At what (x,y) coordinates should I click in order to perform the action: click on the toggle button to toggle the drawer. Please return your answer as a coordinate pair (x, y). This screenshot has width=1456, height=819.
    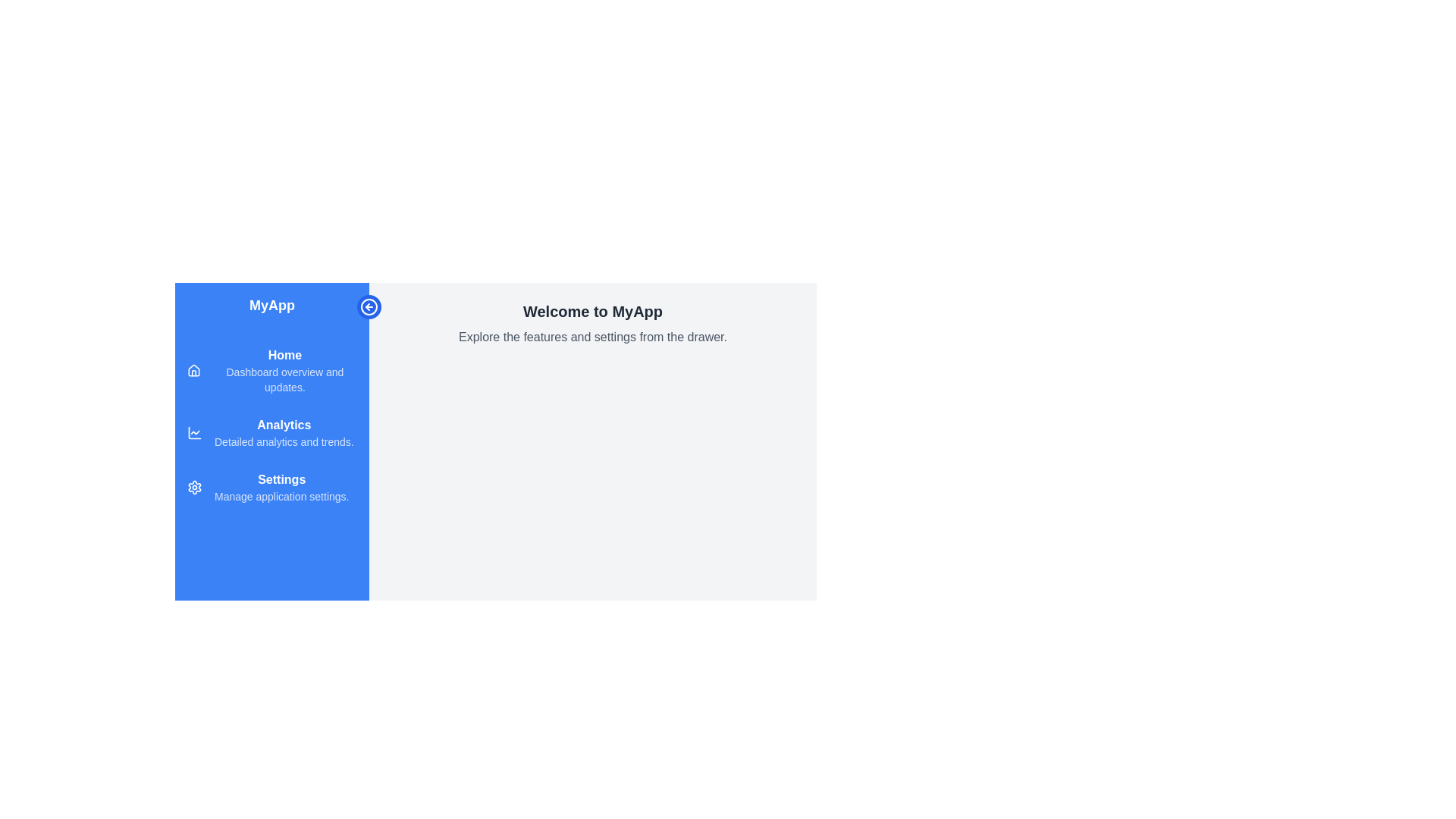
    Looking at the image, I should click on (369, 307).